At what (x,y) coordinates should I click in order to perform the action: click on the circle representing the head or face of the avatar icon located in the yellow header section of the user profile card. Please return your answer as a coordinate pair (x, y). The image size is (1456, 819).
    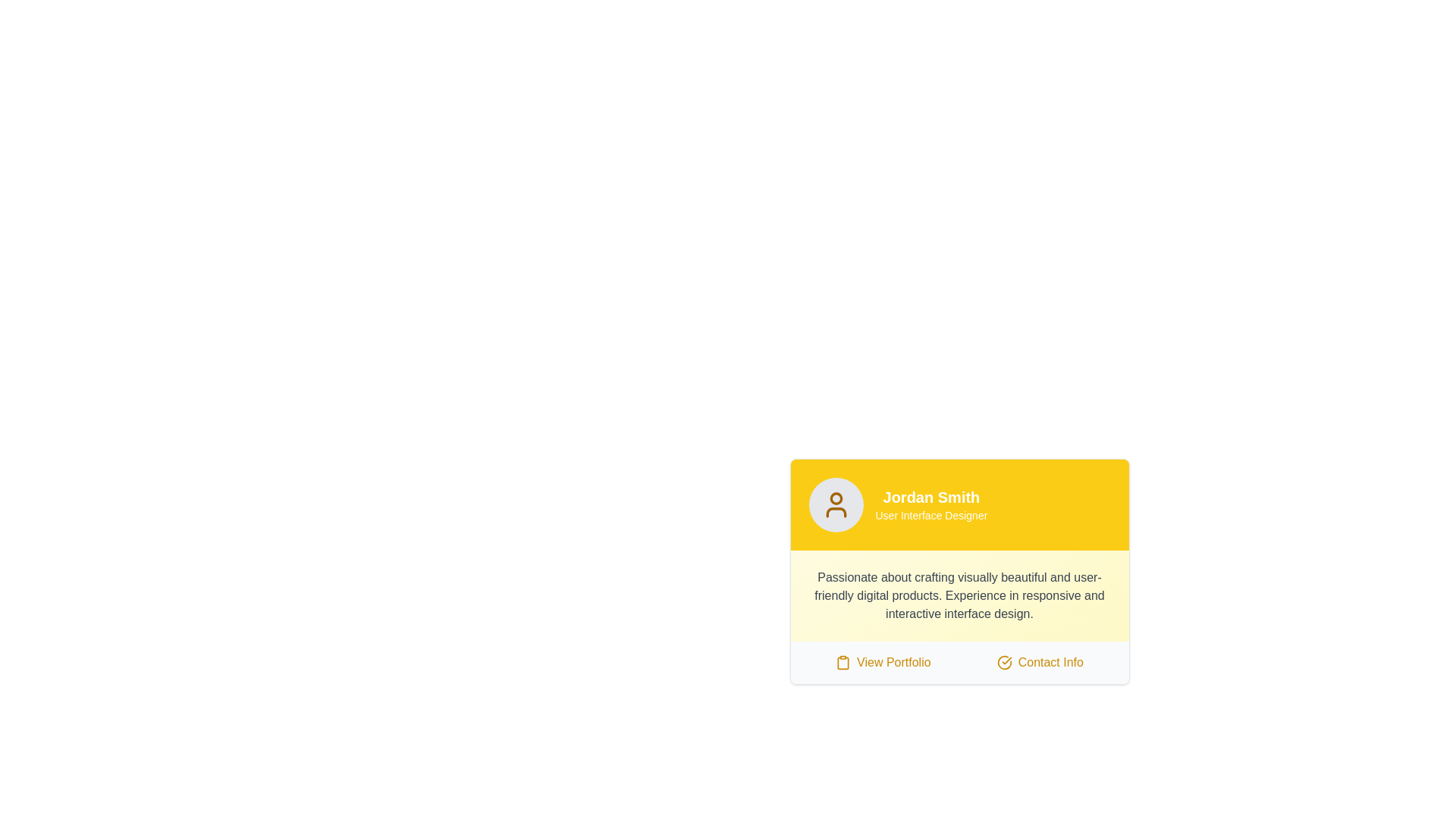
    Looking at the image, I should click on (835, 498).